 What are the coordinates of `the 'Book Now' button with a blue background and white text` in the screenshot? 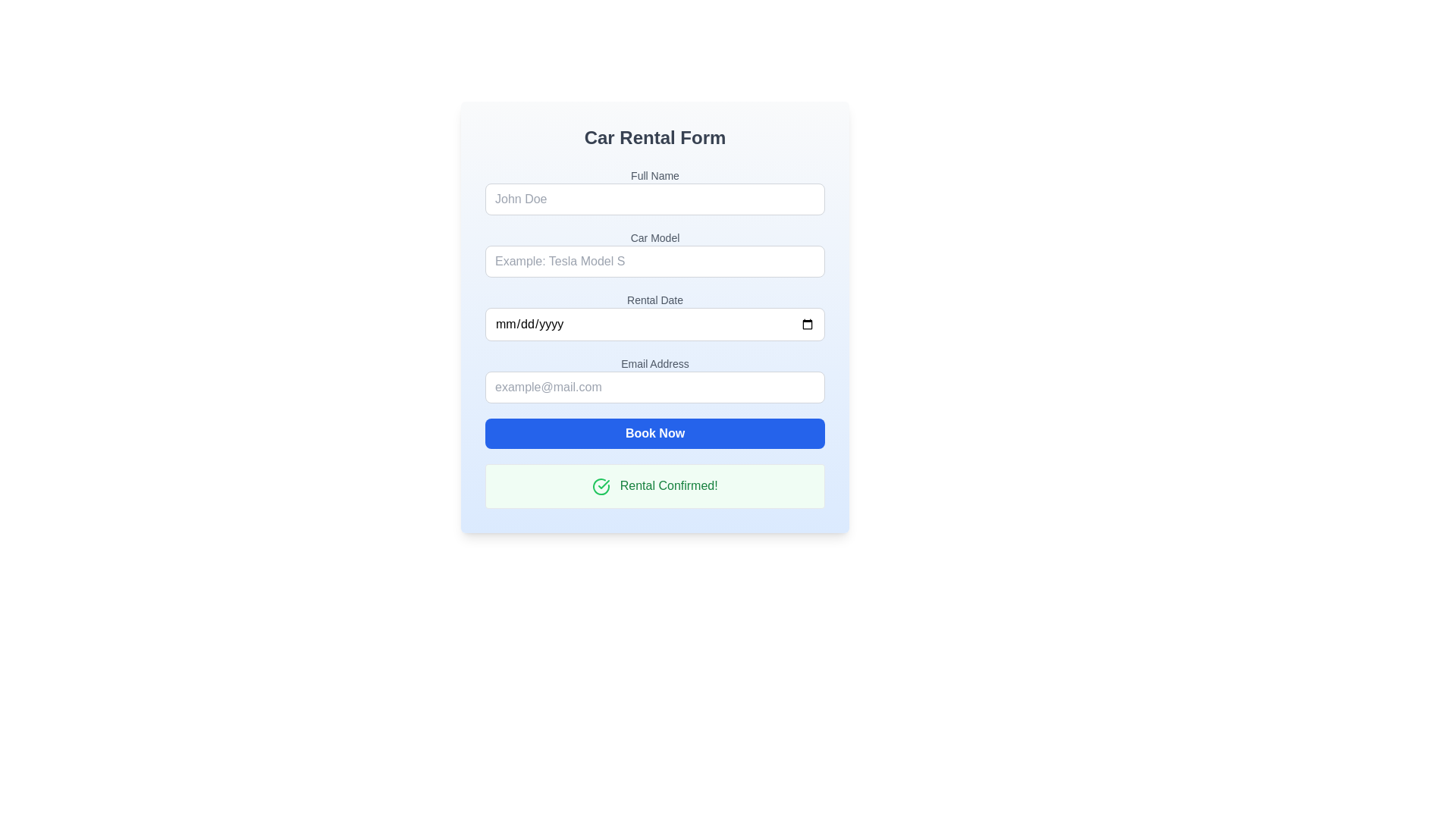 It's located at (655, 433).